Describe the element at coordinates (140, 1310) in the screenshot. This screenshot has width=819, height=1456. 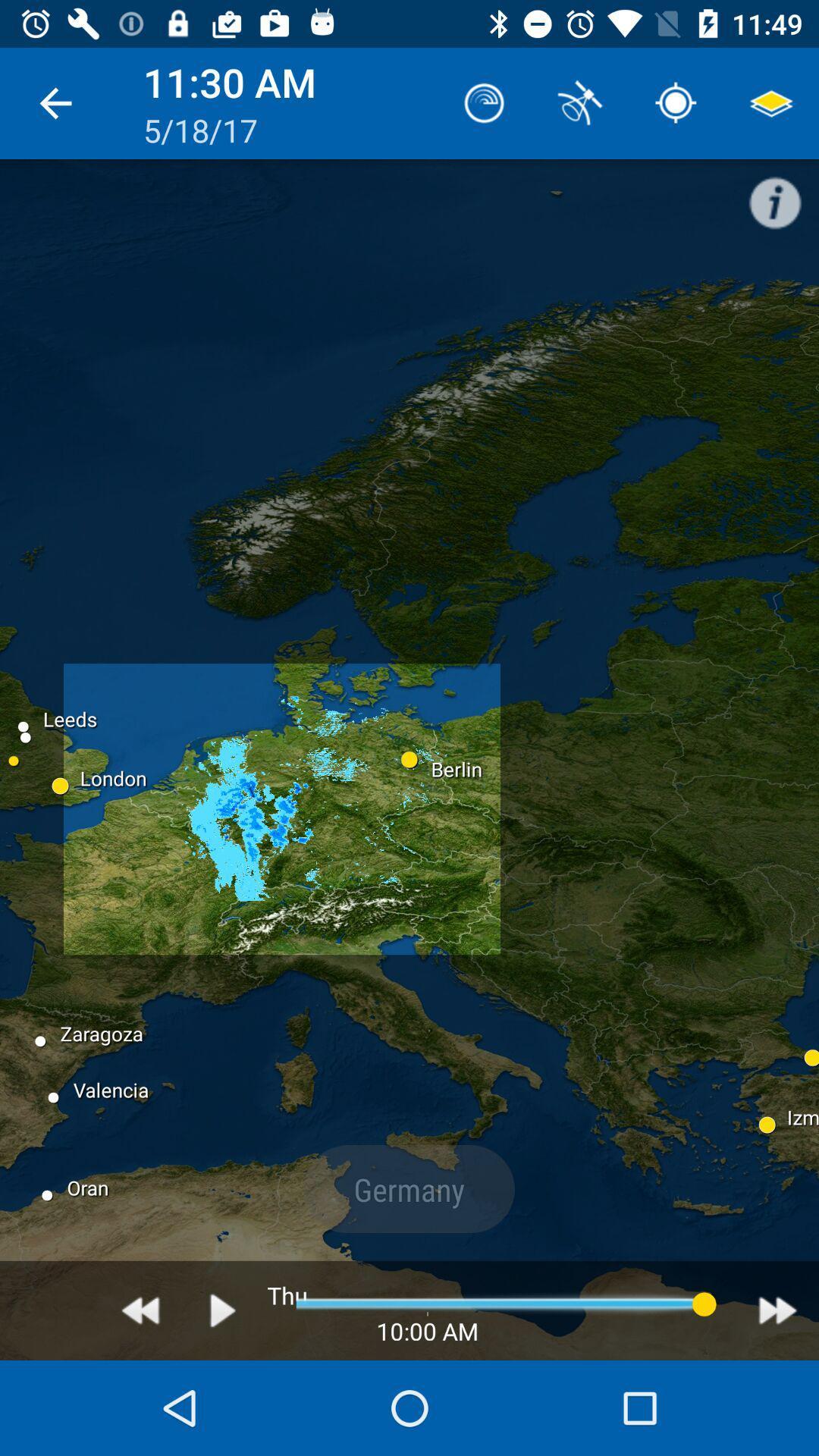
I see `fast rewind` at that location.